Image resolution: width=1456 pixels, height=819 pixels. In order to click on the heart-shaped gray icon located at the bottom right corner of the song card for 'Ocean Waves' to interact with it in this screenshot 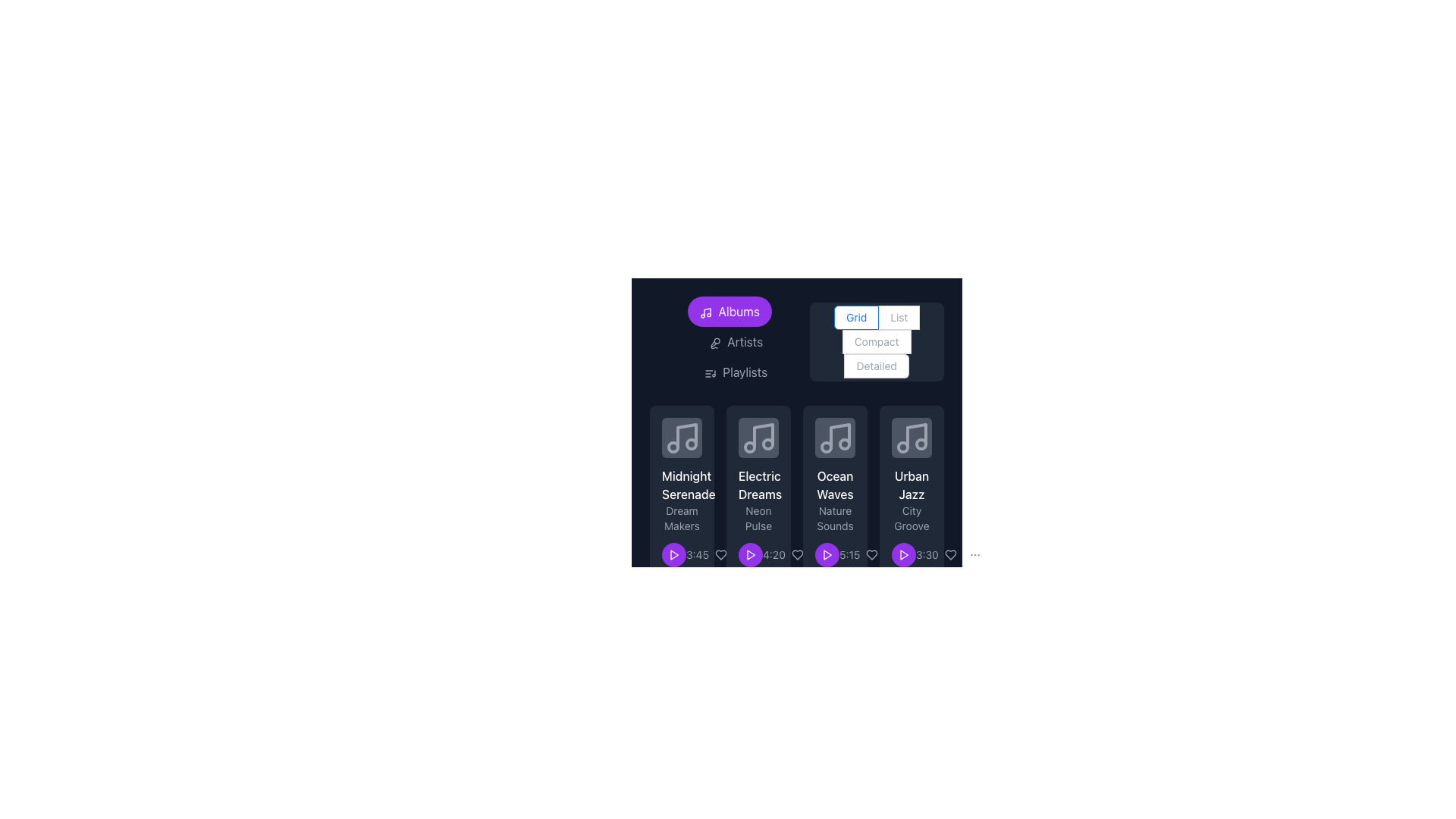, I will do `click(872, 555)`.